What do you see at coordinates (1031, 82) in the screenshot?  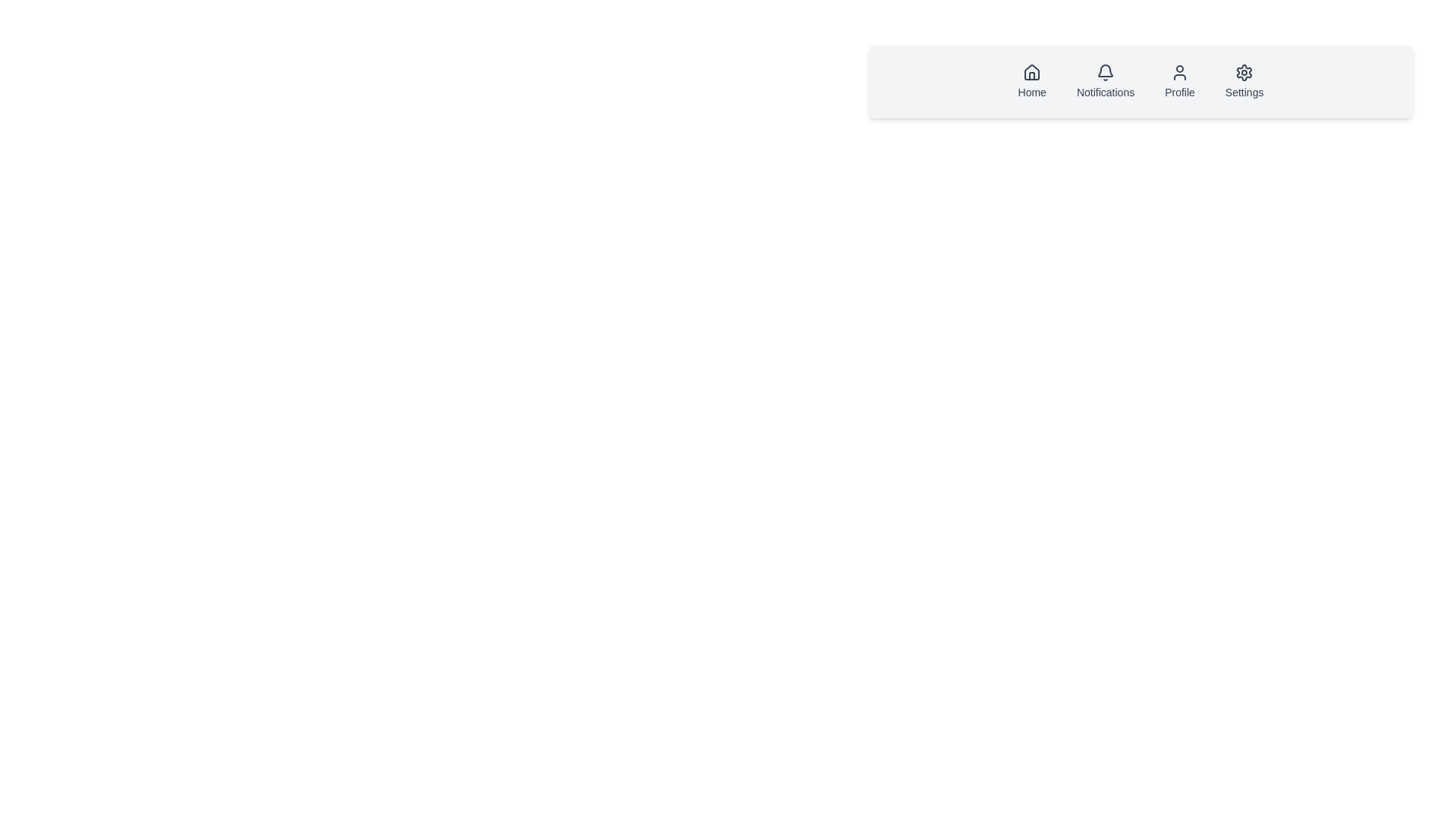 I see `the navigation button located at the top-right corner of the interface, immediately to the left of the 'Notifications' button, to possibly see a tooltip or highlight` at bounding box center [1031, 82].